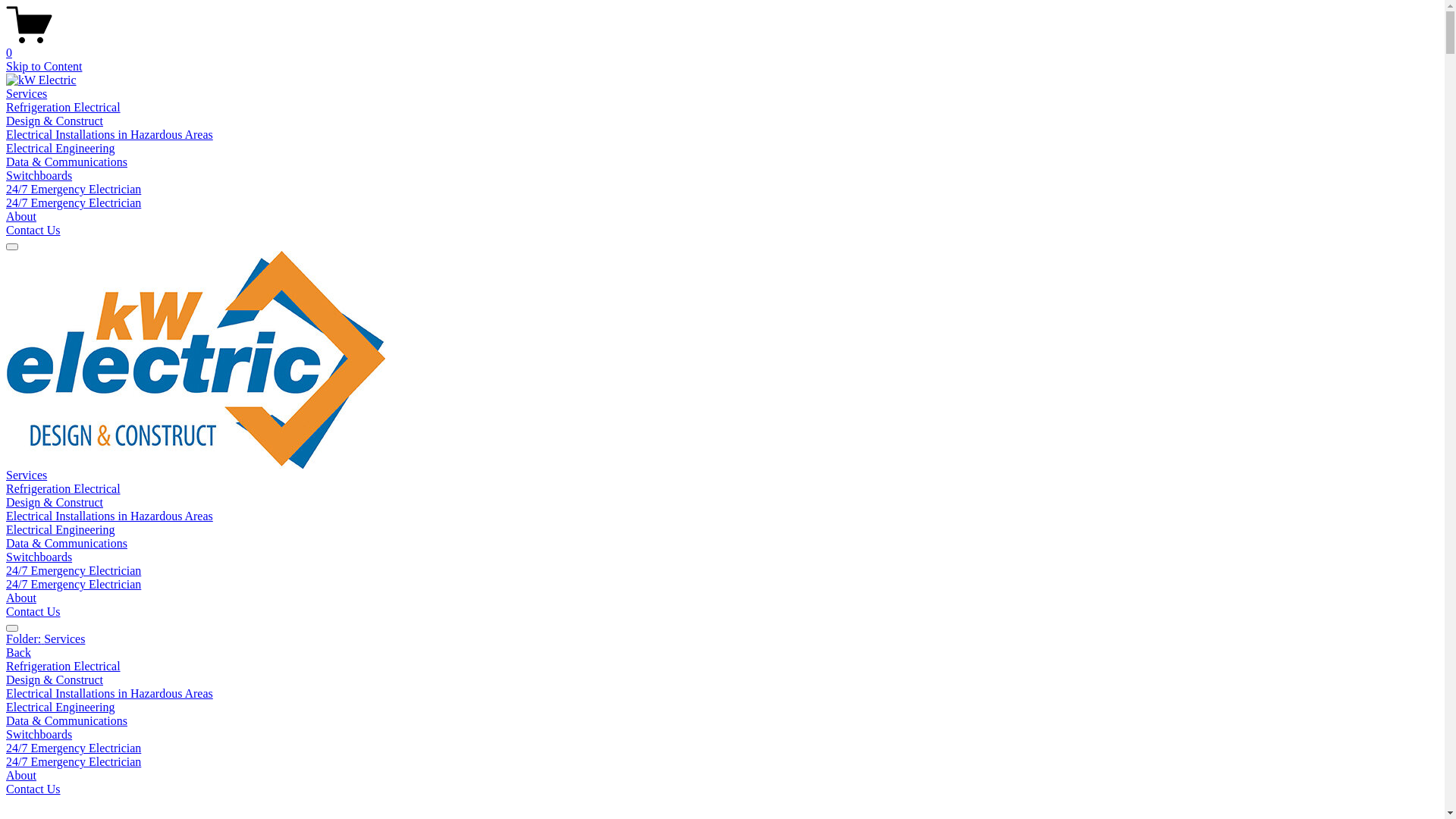 The height and width of the screenshot is (819, 1456). What do you see at coordinates (62, 106) in the screenshot?
I see `'Refrigeration Electrical'` at bounding box center [62, 106].